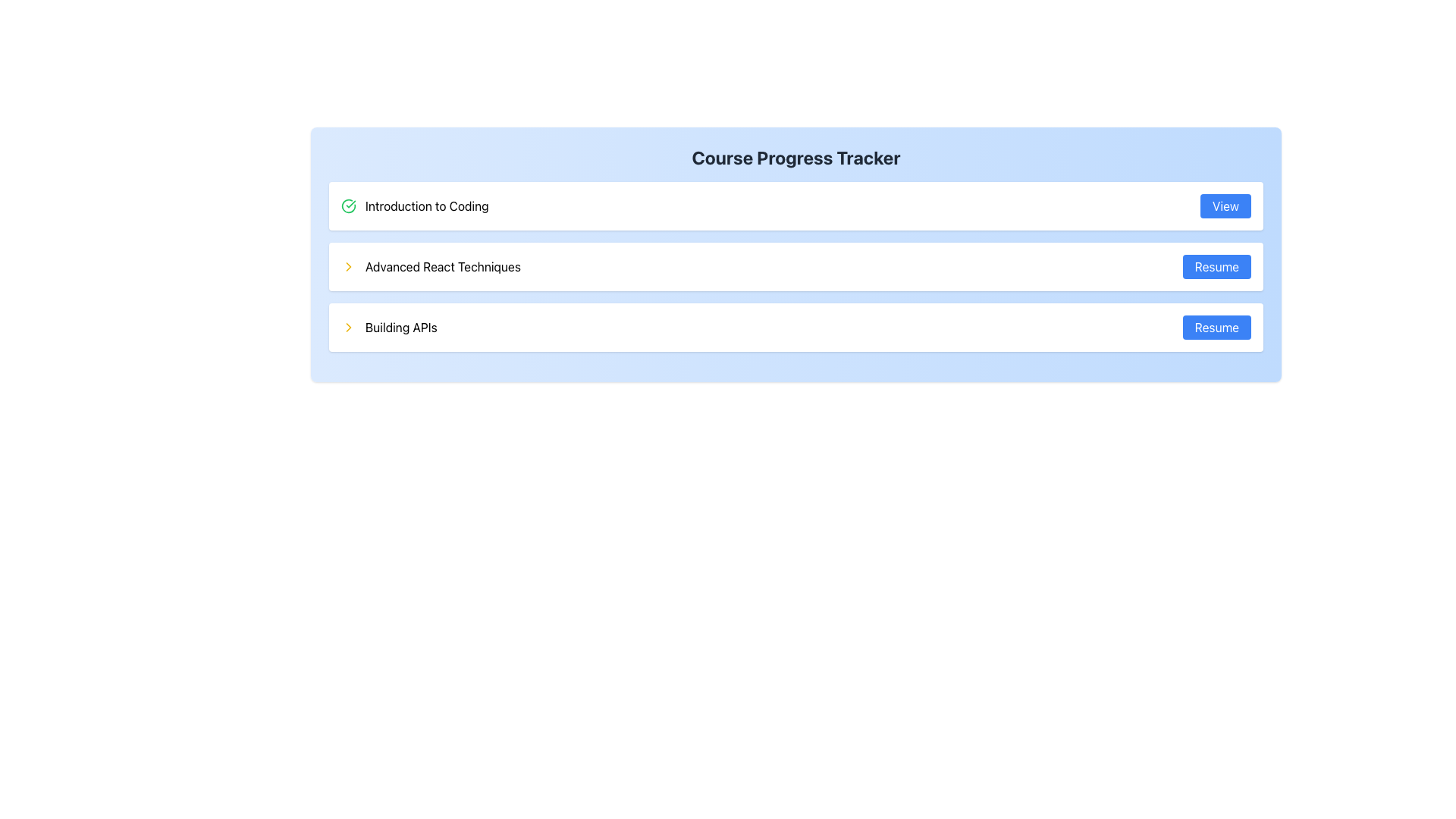 This screenshot has width=1456, height=819. What do you see at coordinates (430, 265) in the screenshot?
I see `the static text label for the course titled 'Advanced React Techniques', which is positioned to the left of the 'Resume' button` at bounding box center [430, 265].